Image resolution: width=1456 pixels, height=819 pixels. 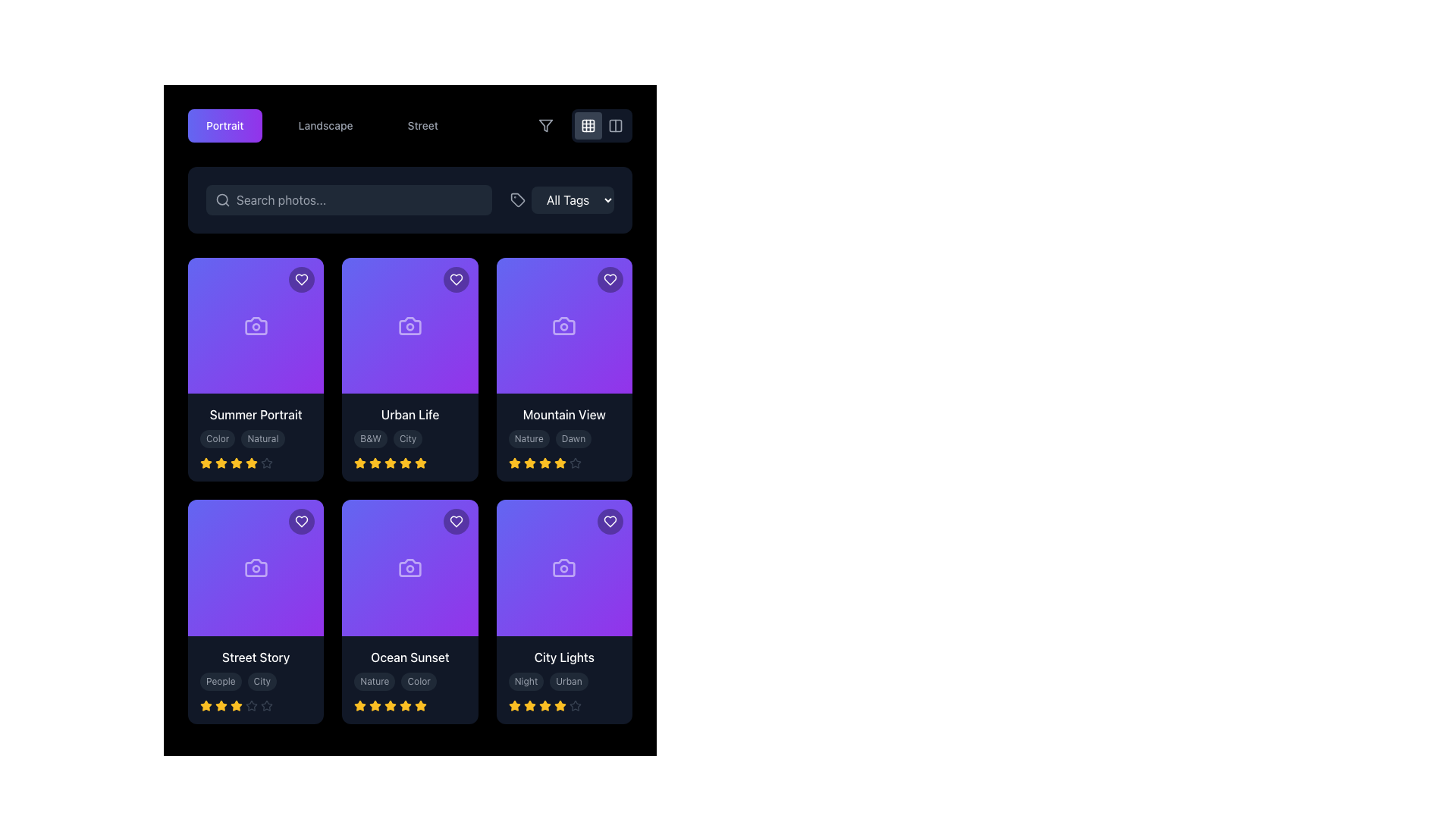 I want to click on the 'All Tags' dropdown button for keyboard navigation, so click(x=572, y=199).